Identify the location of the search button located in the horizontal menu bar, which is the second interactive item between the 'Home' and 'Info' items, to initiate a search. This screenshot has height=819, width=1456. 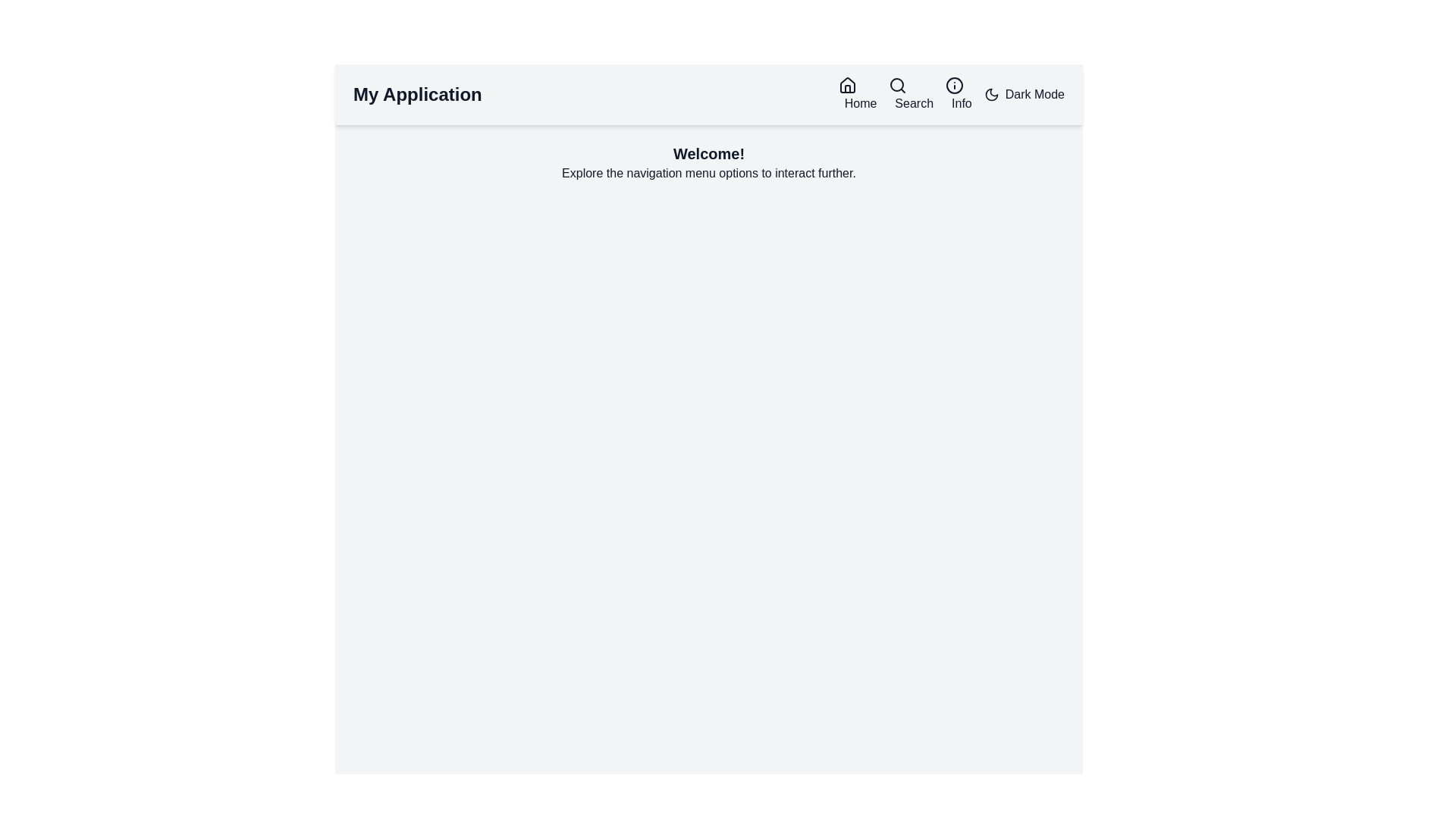
(910, 94).